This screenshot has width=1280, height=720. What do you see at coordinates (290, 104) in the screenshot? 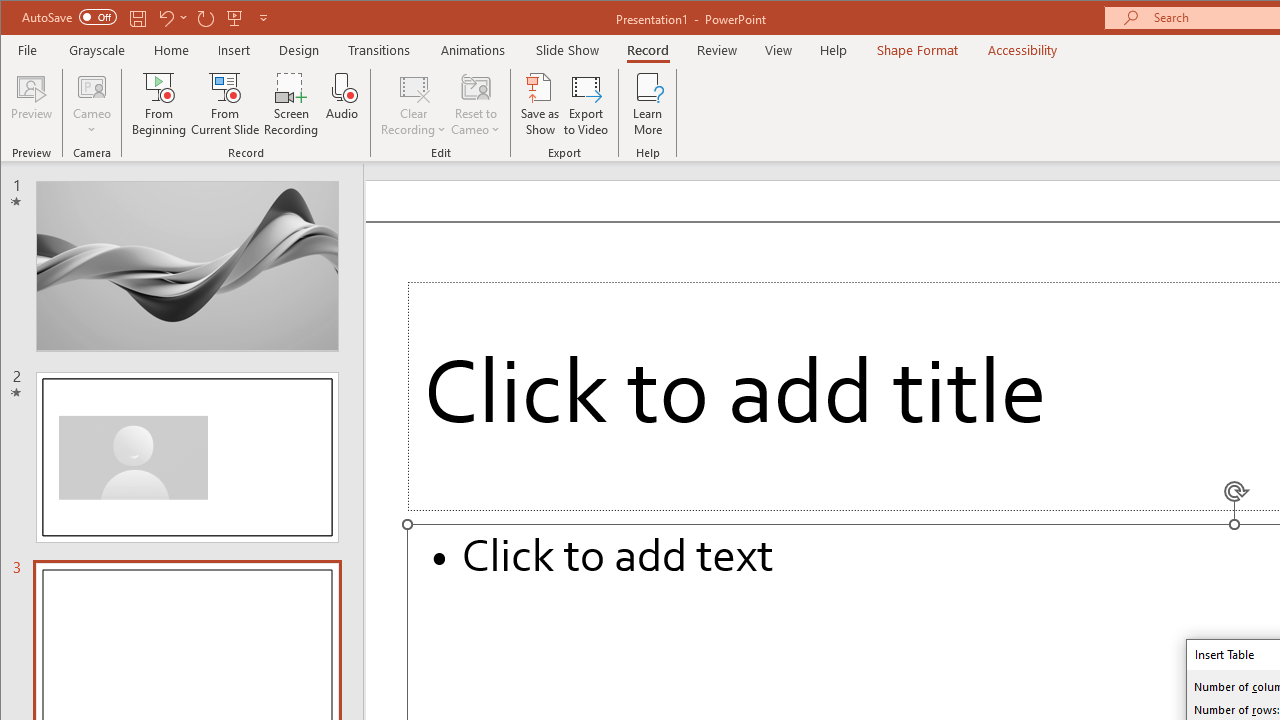
I see `'Screen Recording'` at bounding box center [290, 104].